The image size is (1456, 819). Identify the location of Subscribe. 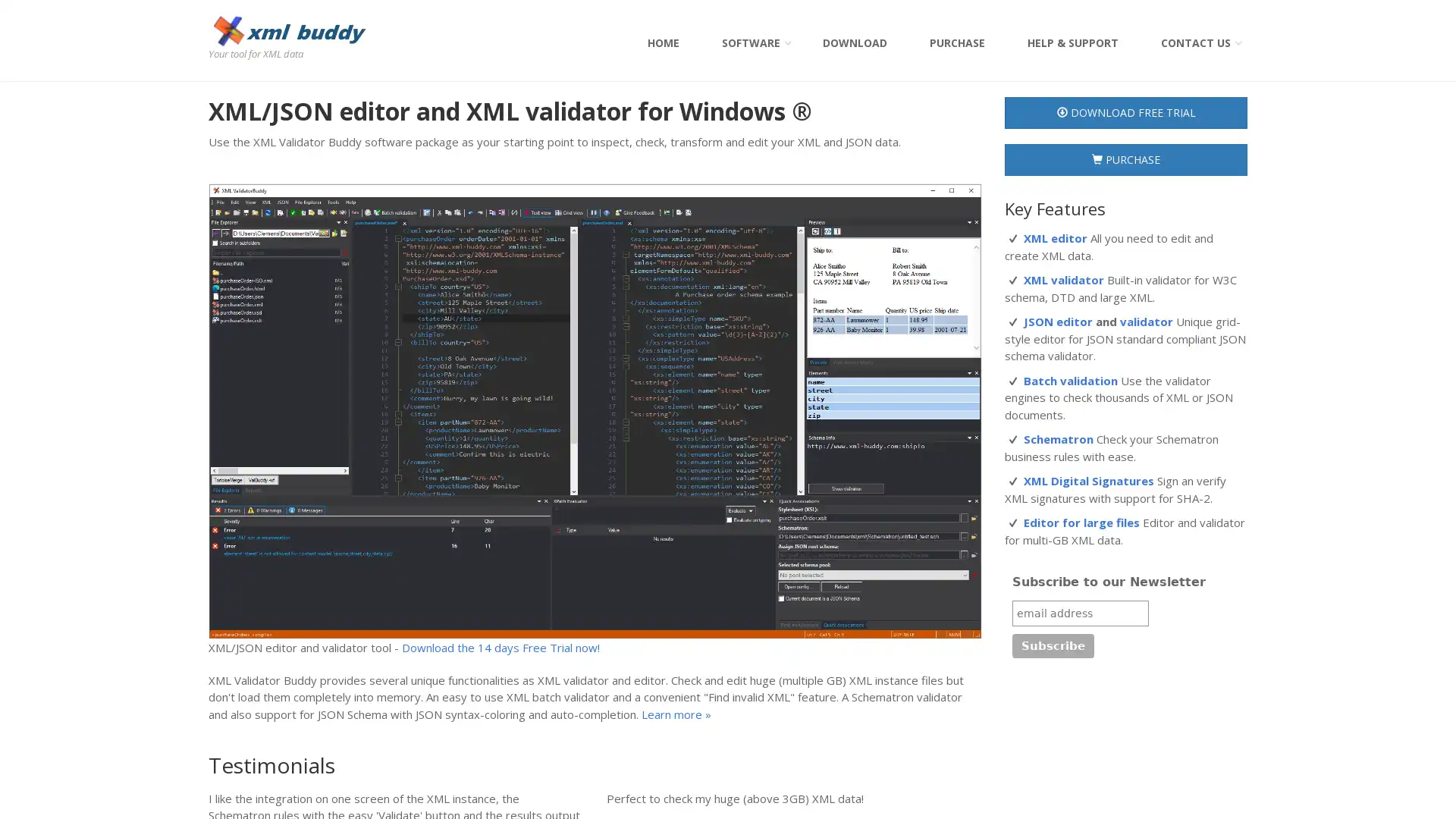
(1052, 646).